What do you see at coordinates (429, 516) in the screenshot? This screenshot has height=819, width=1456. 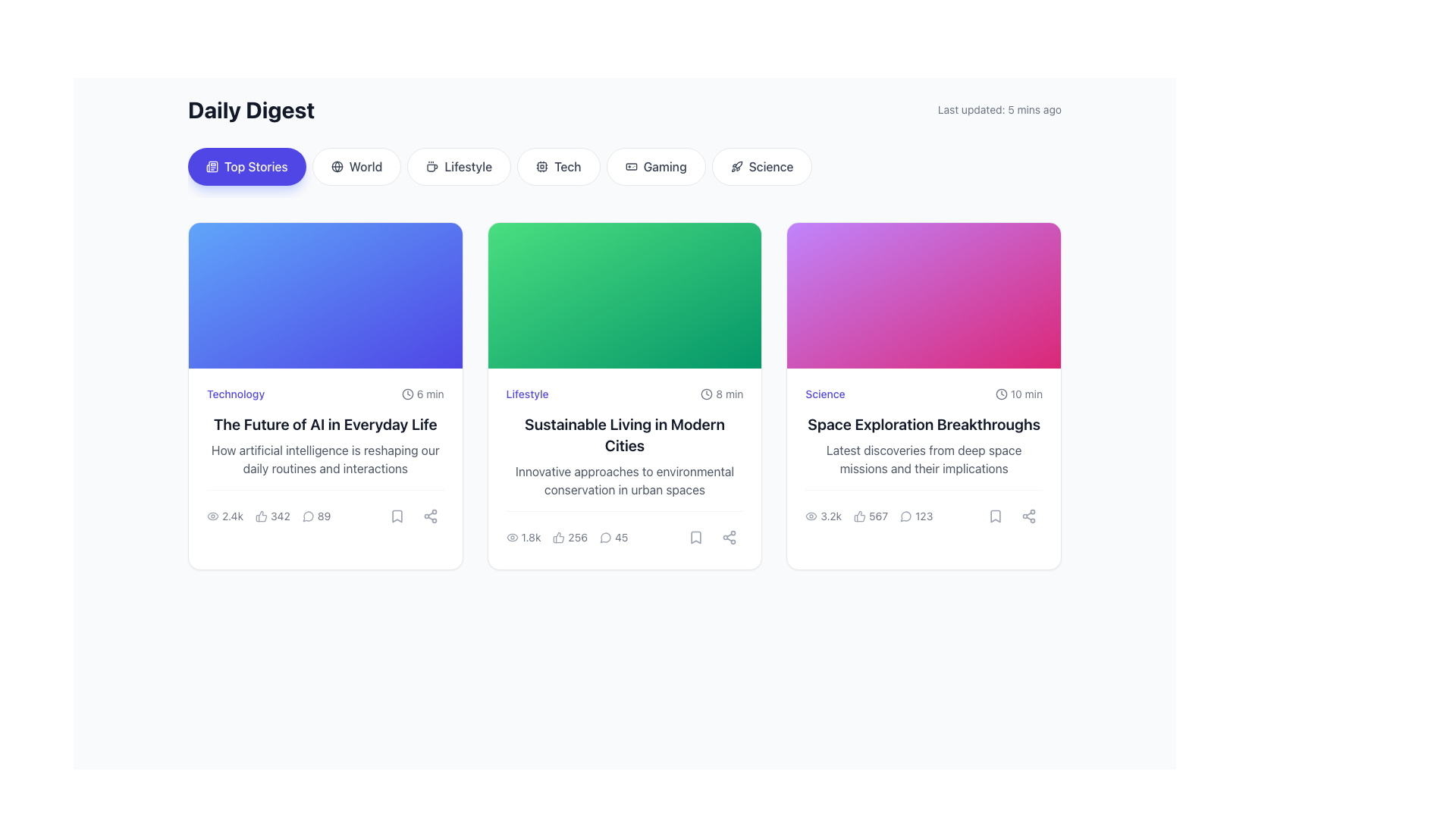 I see `the circular share button located in the bottom-right corner of the first card, which features a share icon represented by three connected dots` at bounding box center [429, 516].